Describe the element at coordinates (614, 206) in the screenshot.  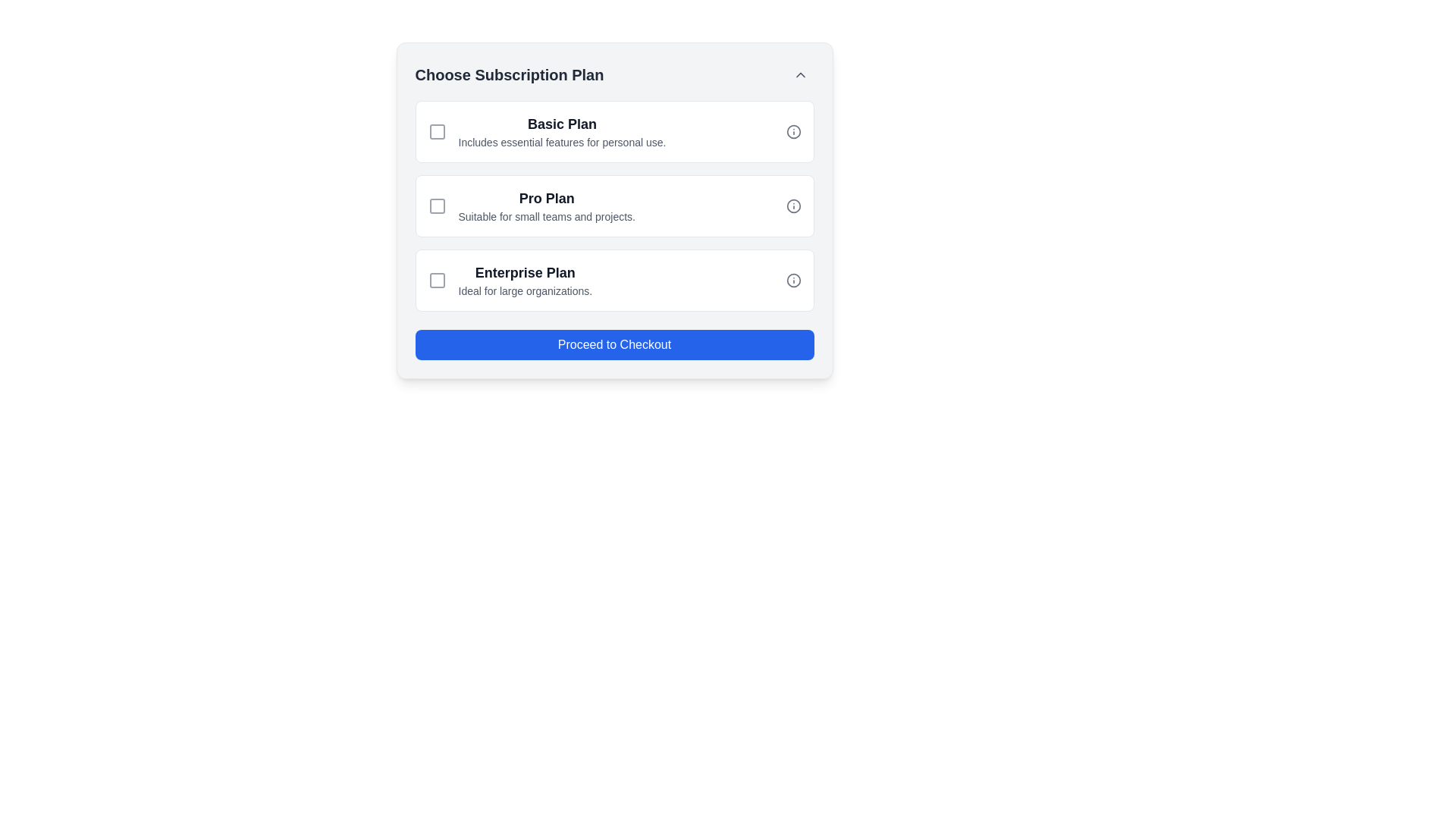
I see `the checkbox associated with the 'Pro Plan' selectable item in the list` at that location.